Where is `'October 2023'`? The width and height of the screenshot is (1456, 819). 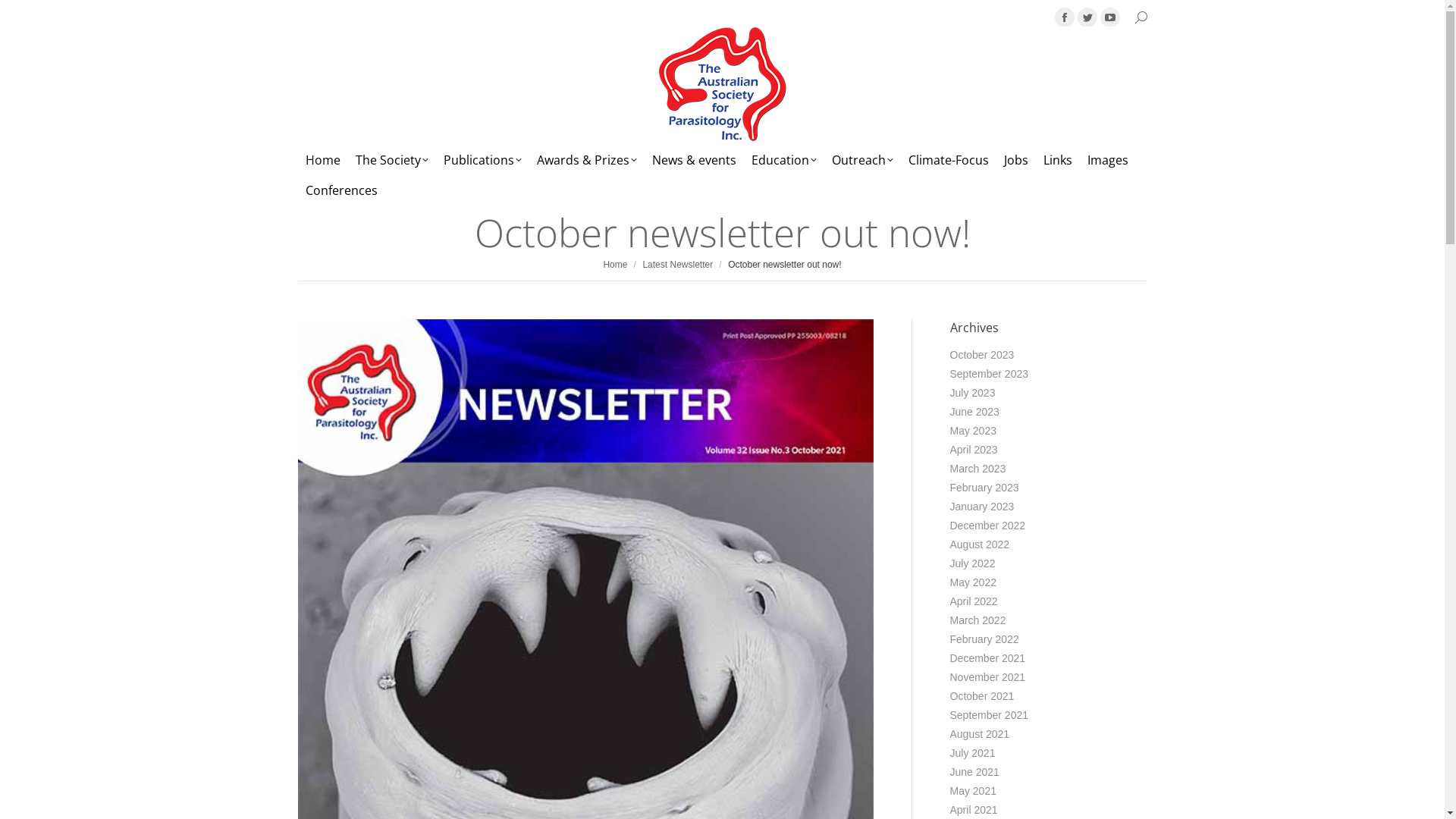
'October 2023' is located at coordinates (981, 354).